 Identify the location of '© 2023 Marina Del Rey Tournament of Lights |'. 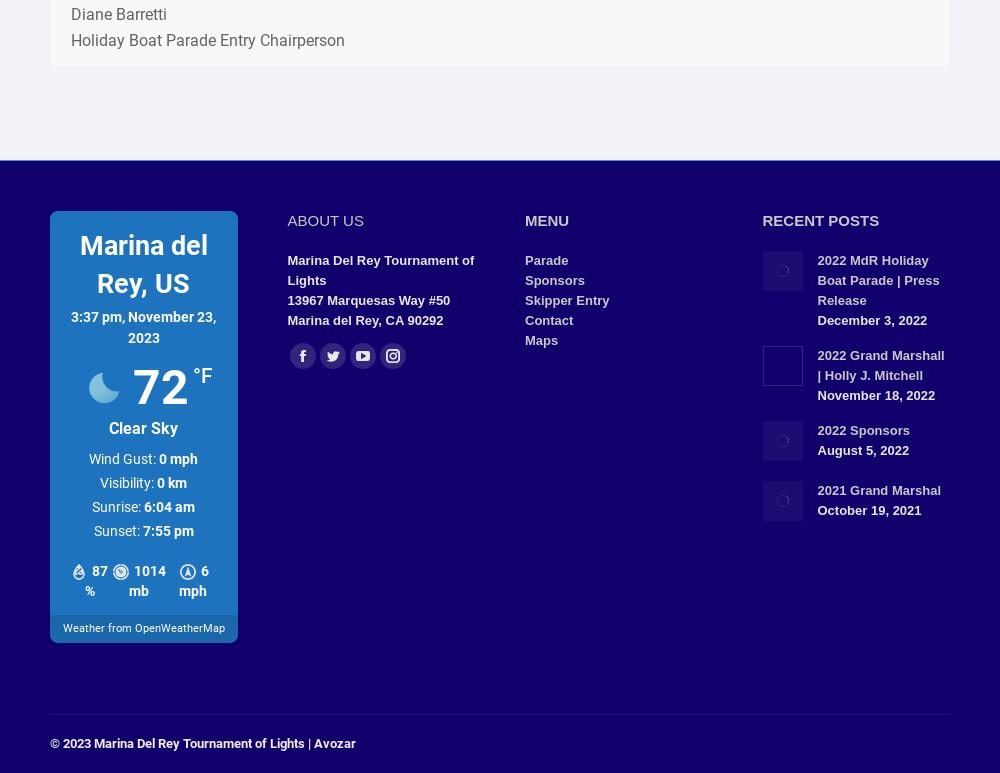
(182, 742).